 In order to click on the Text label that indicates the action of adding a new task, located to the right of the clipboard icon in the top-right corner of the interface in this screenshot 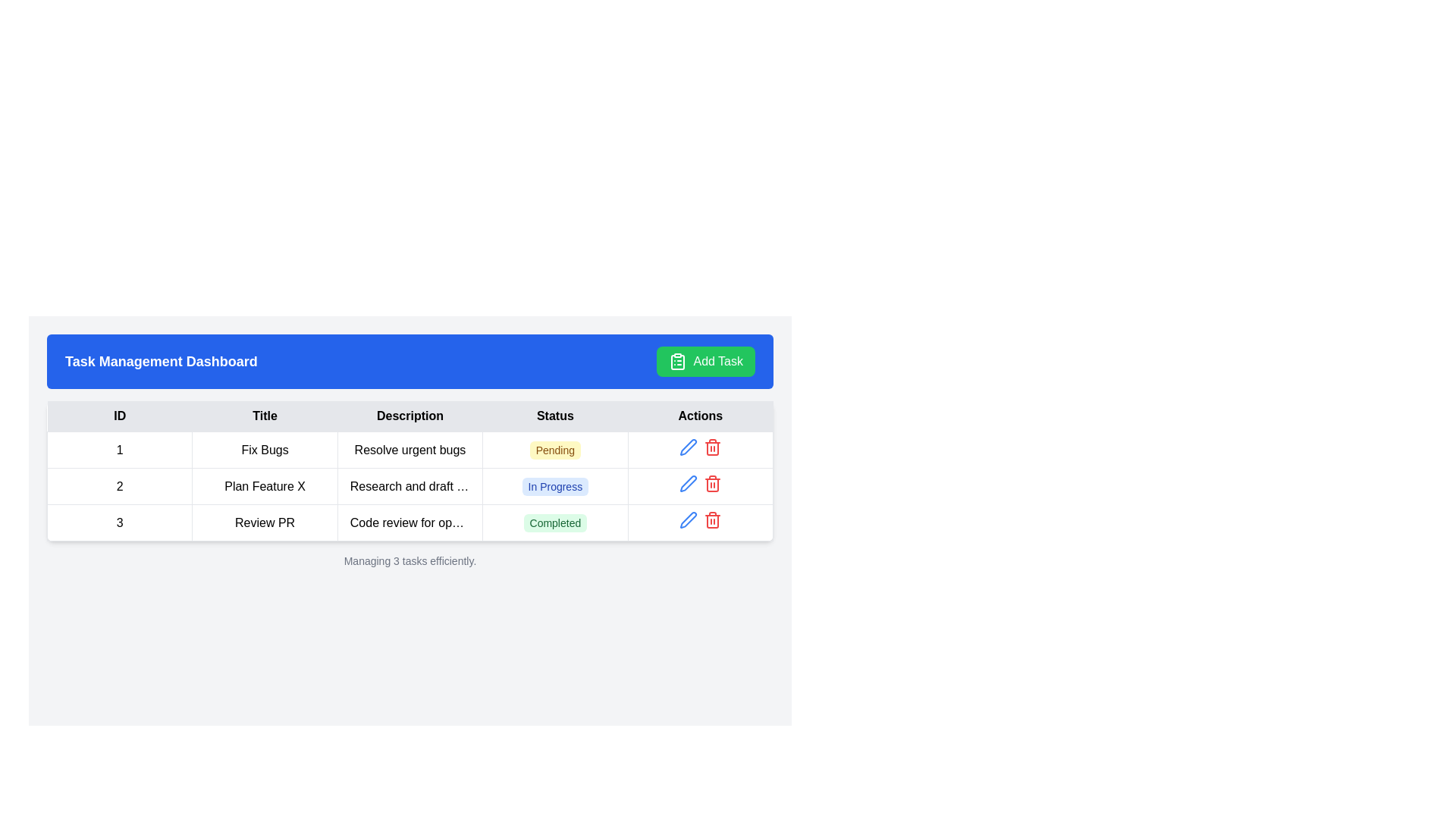, I will do `click(717, 362)`.